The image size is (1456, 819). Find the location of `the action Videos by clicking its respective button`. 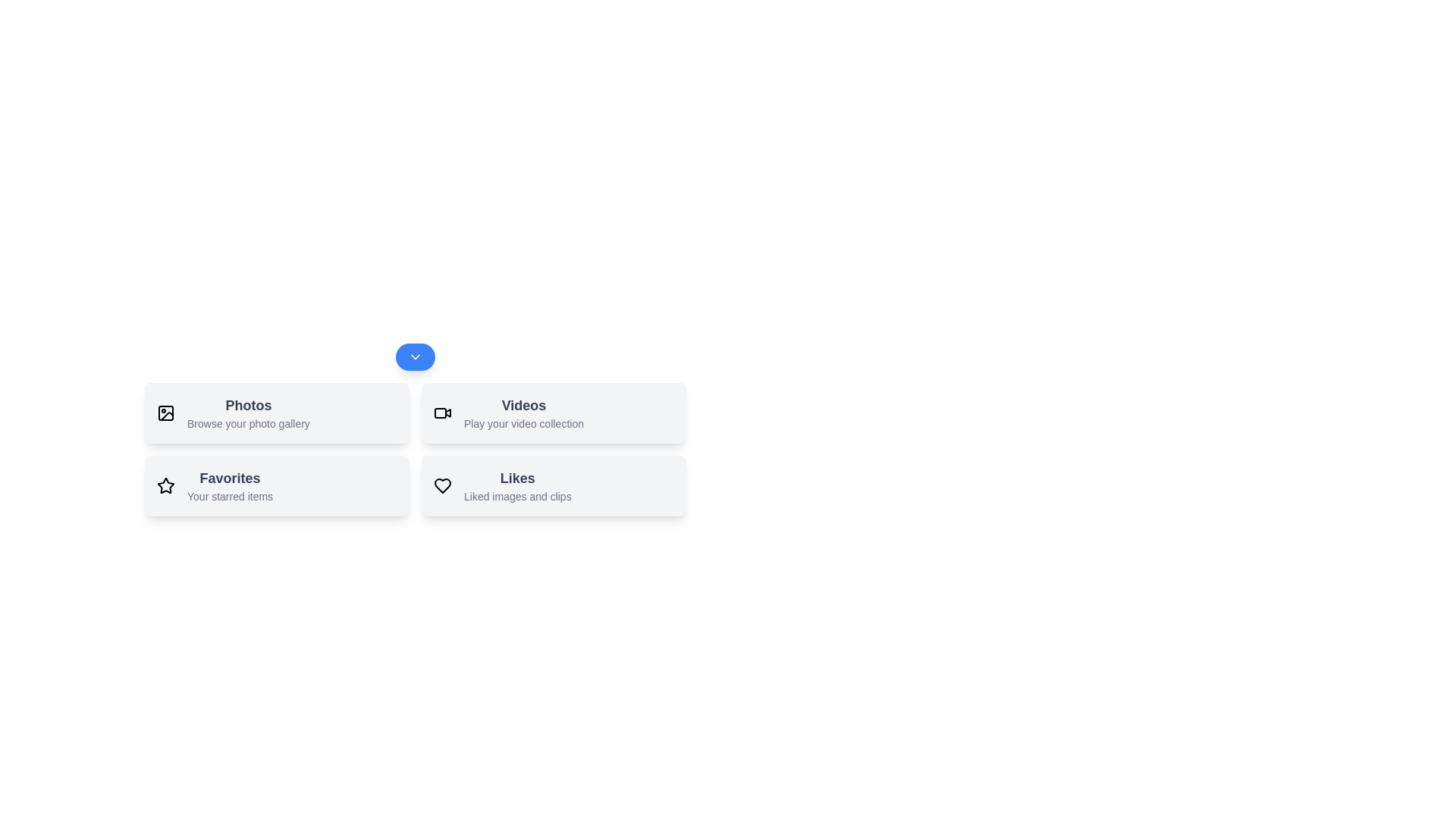

the action Videos by clicking its respective button is located at coordinates (553, 413).